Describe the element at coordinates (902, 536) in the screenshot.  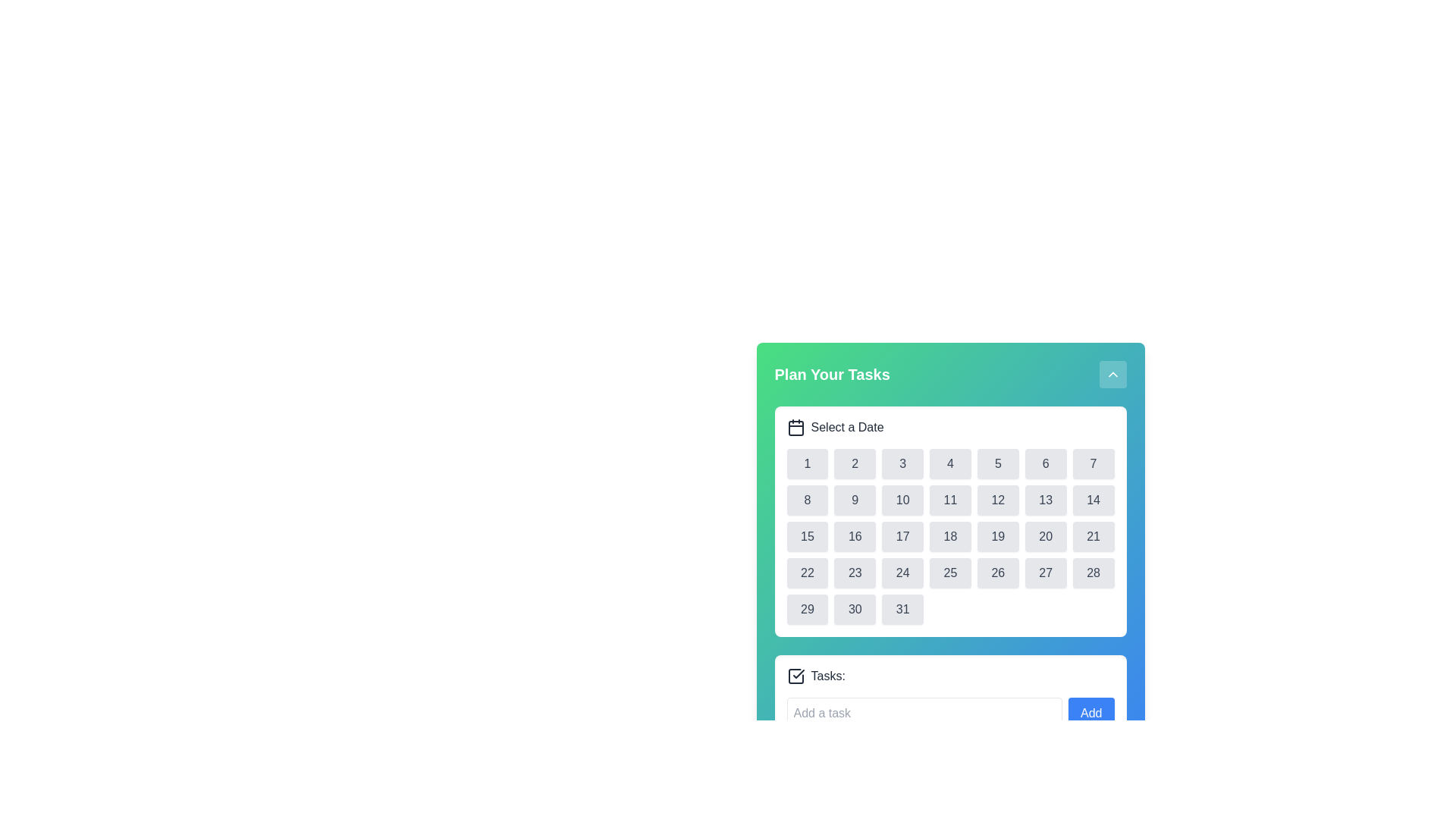
I see `the rounded rectangular button labeled '17'` at that location.